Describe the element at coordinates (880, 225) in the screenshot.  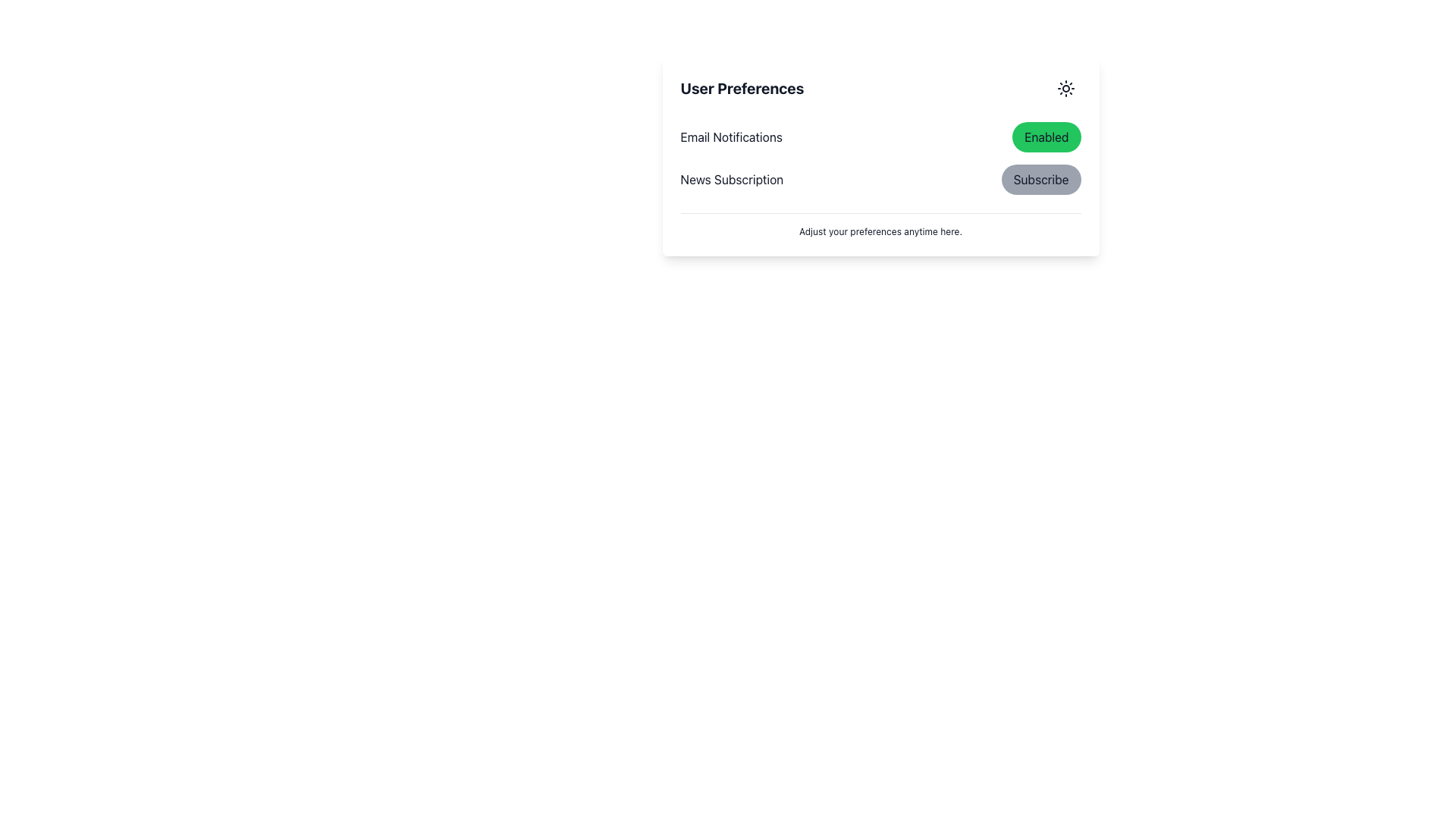
I see `the static text that says 'Adjust your preferences anytime here.' located at the bottom of the 'User Preferences' panel` at that location.